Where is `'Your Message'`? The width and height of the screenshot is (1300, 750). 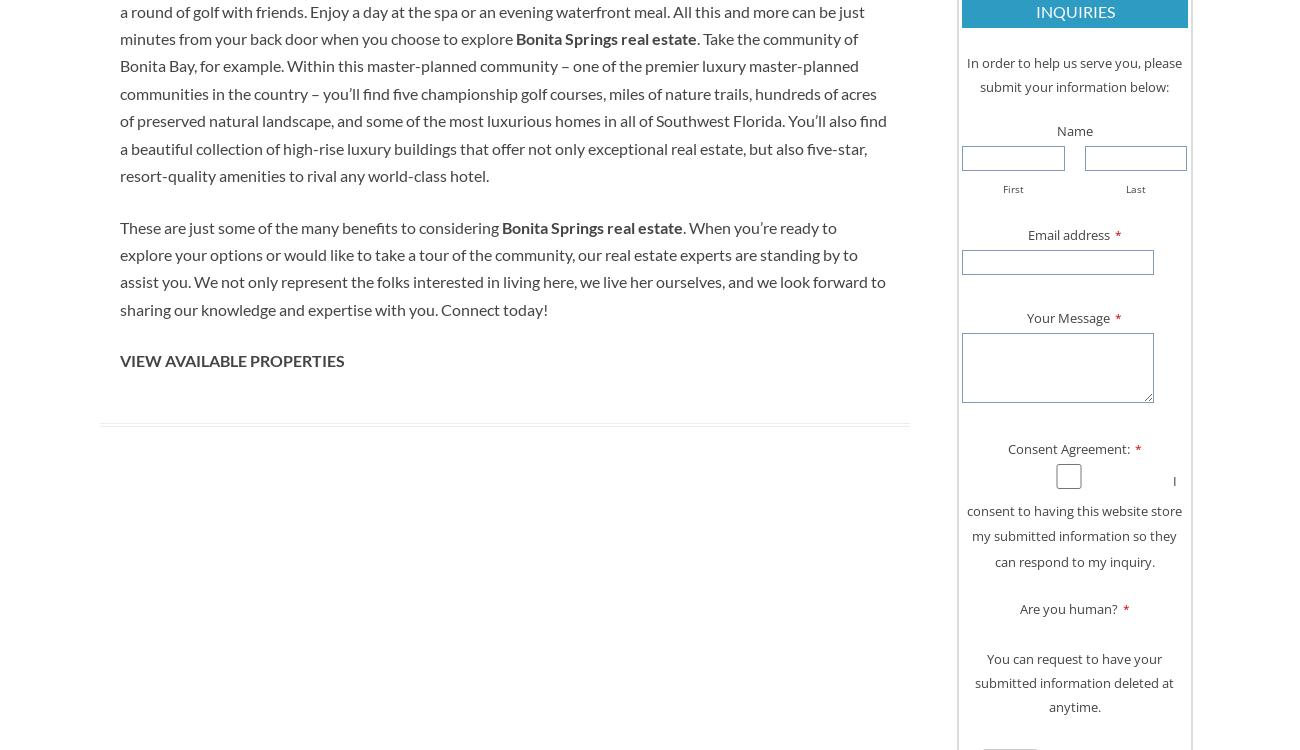
'Your Message' is located at coordinates (1026, 317).